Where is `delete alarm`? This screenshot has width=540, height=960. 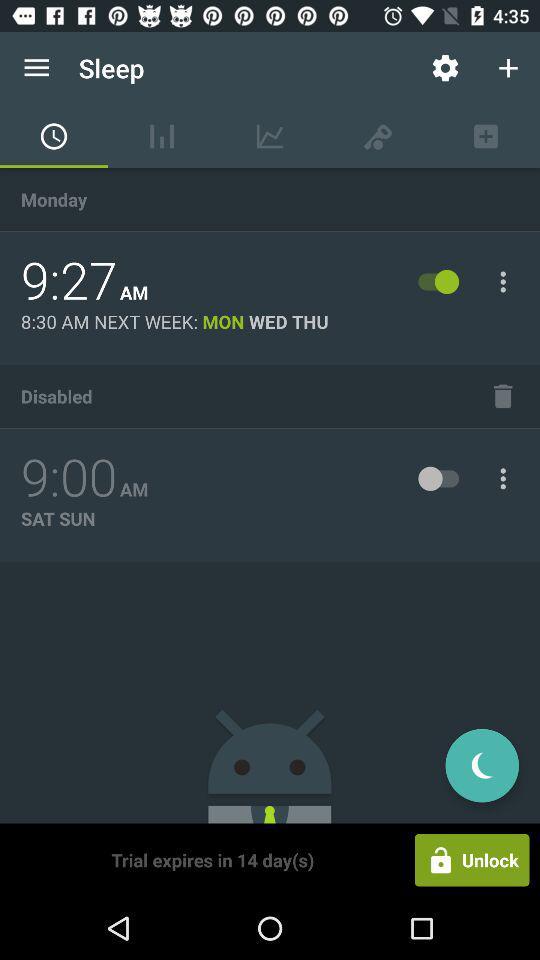
delete alarm is located at coordinates (502, 395).